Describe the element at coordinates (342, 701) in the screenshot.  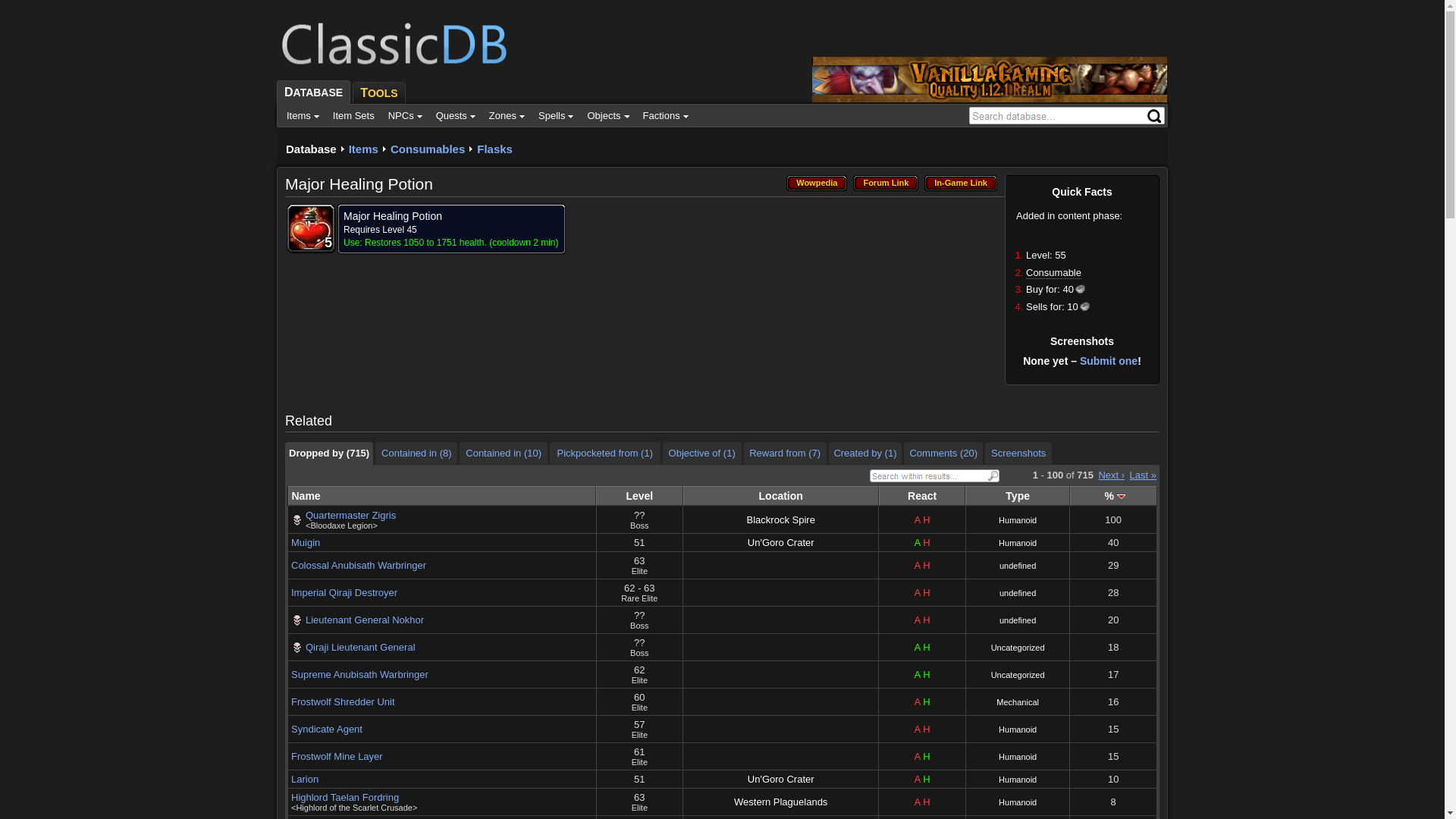
I see `'Frostwolf Shredder Unit'` at that location.